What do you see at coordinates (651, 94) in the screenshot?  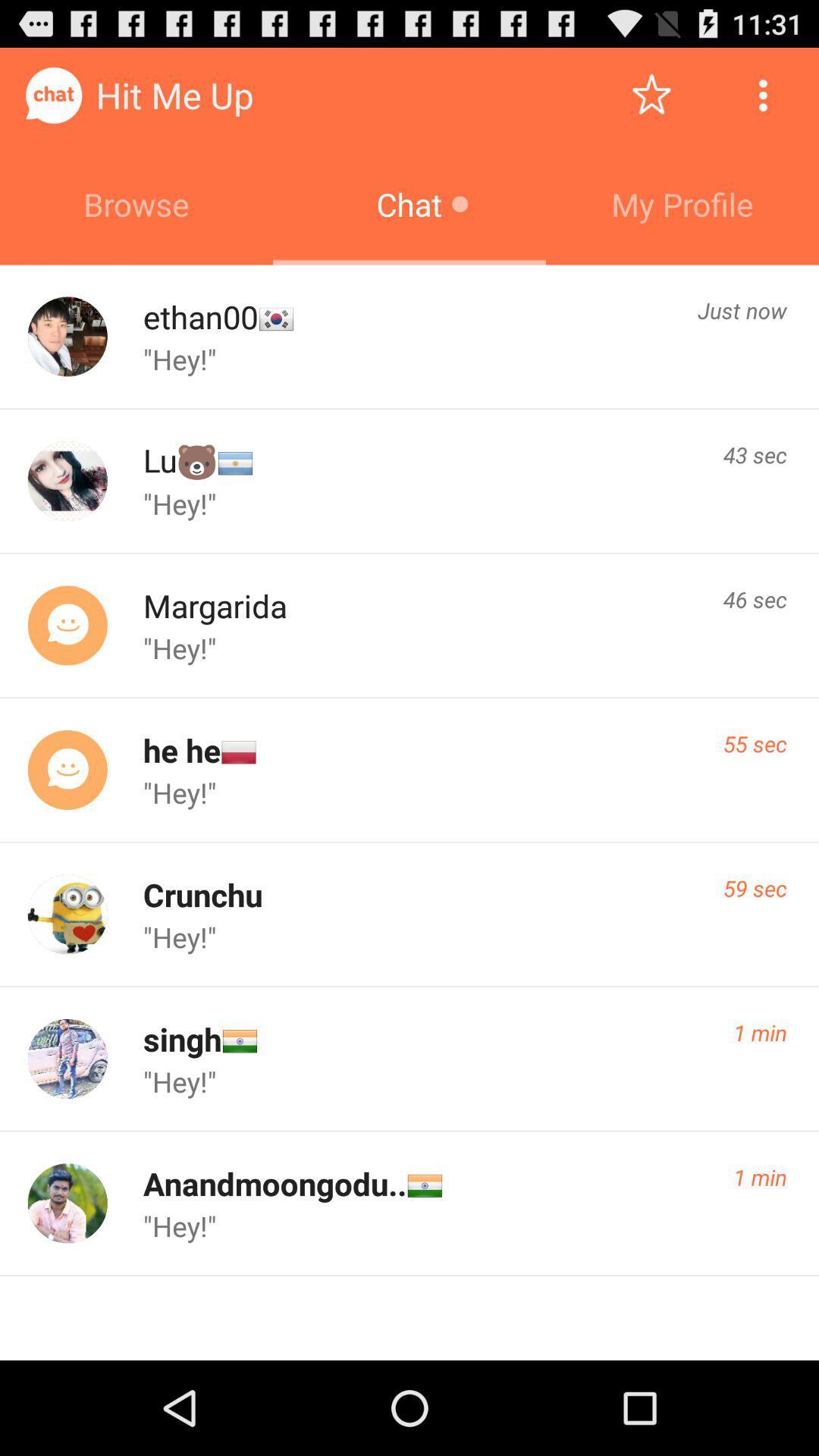 I see `the item above my profile icon` at bounding box center [651, 94].